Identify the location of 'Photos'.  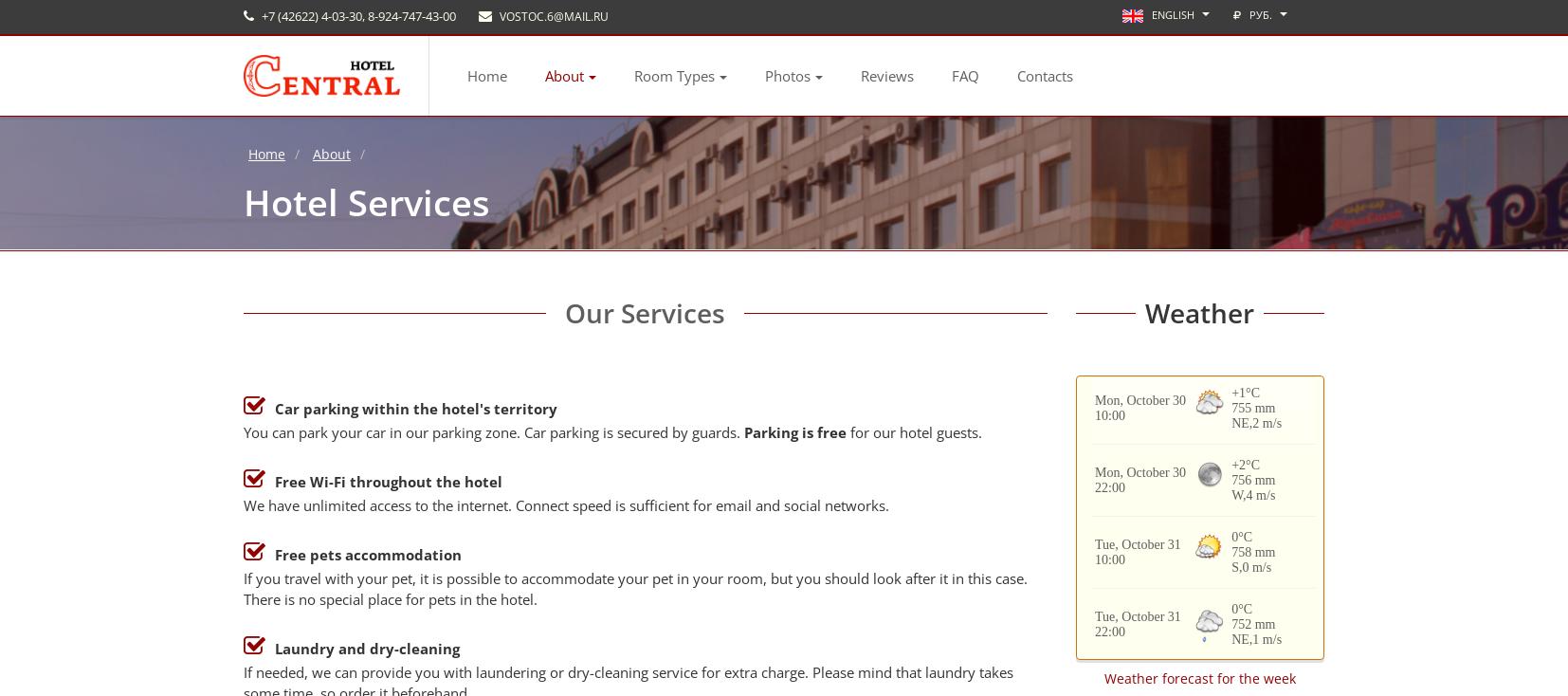
(786, 74).